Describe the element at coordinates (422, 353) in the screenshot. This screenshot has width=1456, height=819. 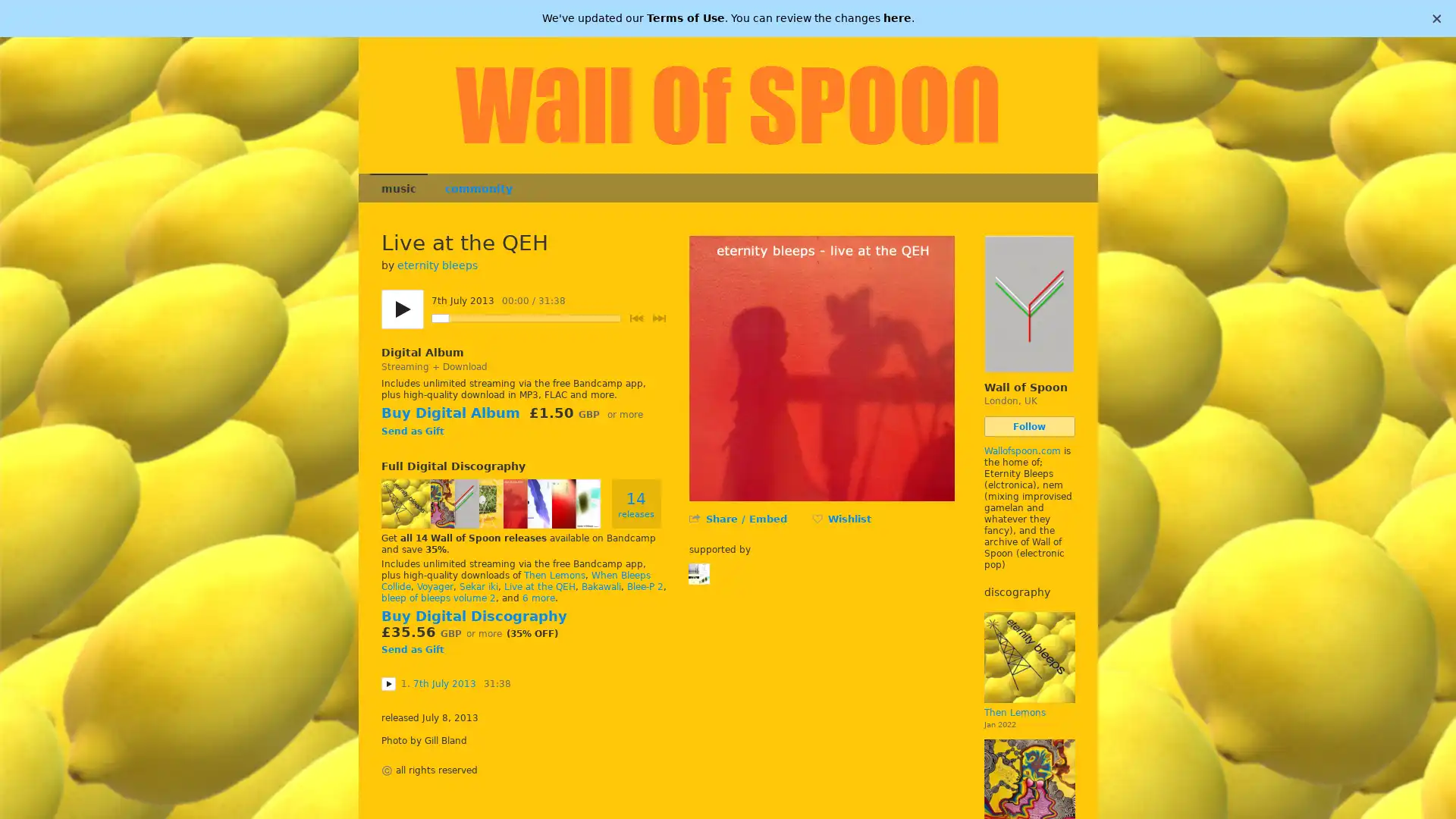
I see `Digital Album` at that location.